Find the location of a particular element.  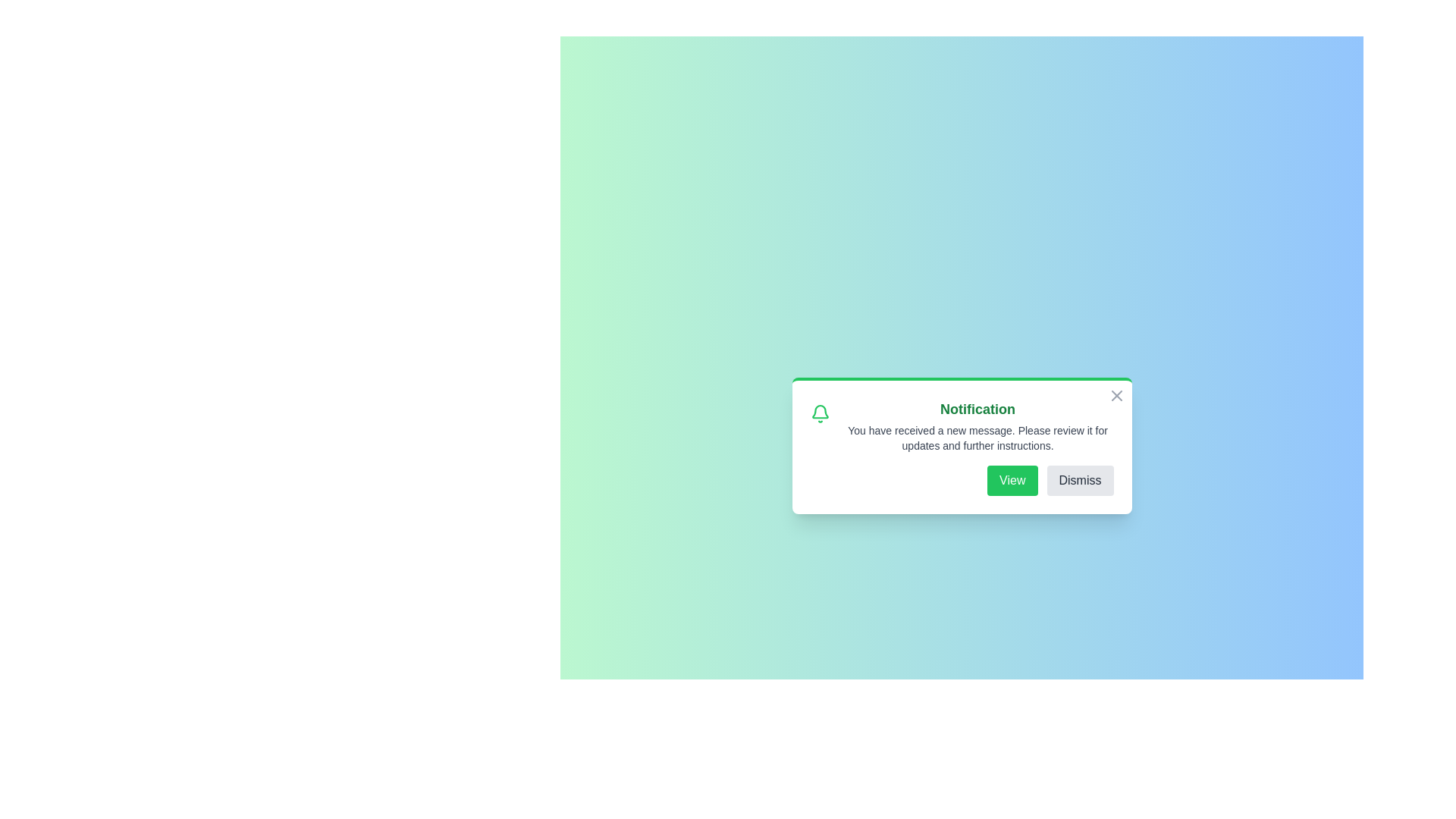

the 'View' button to proceed with viewing the notification is located at coordinates (1012, 480).